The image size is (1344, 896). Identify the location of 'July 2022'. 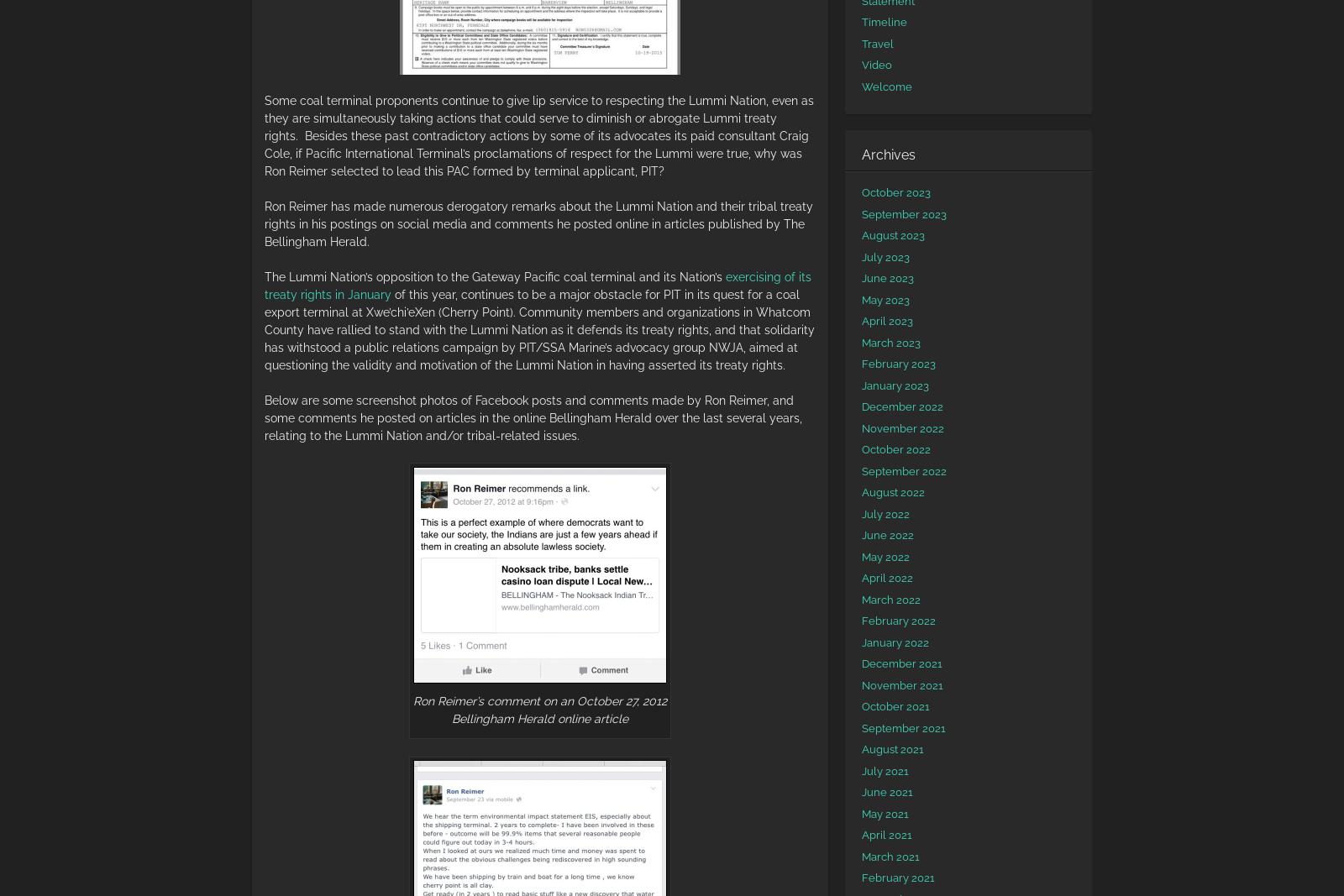
(885, 513).